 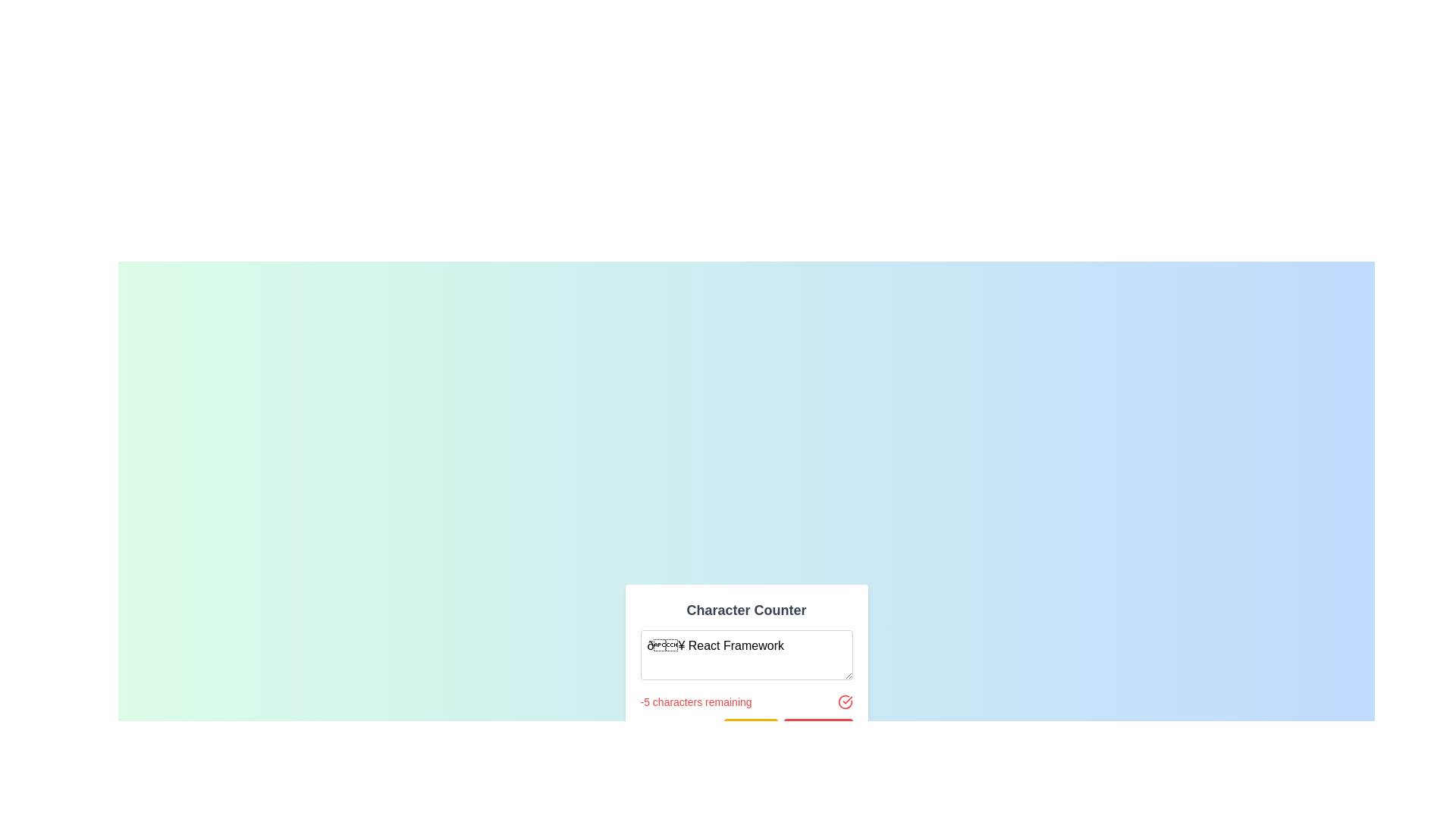 I want to click on the 'Delete' button, which is a red button with white text and a trash bin icon, to observe any hover effects, so click(x=817, y=730).